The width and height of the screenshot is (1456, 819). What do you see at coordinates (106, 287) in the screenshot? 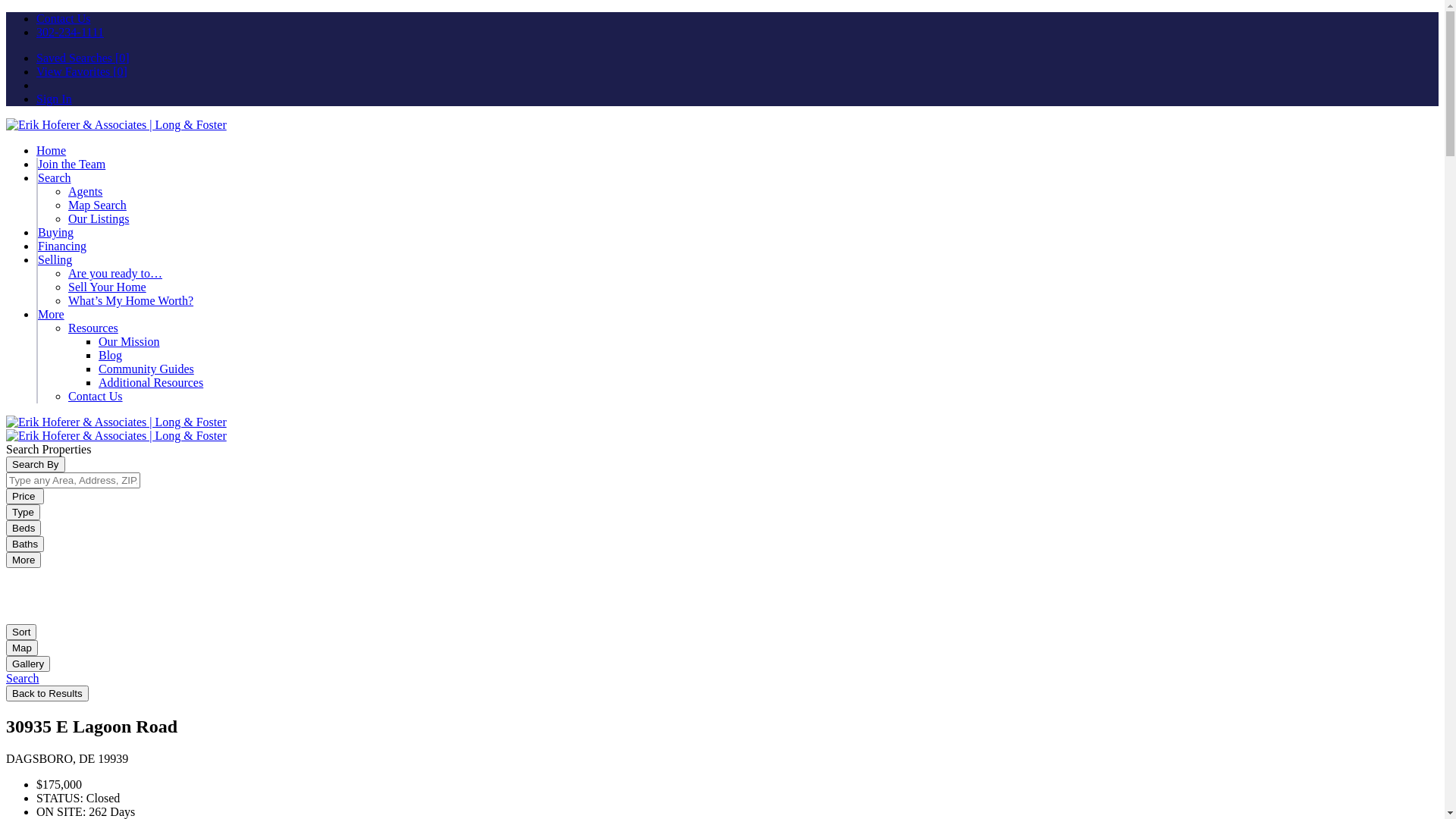
I see `'Sell Your Home'` at bounding box center [106, 287].